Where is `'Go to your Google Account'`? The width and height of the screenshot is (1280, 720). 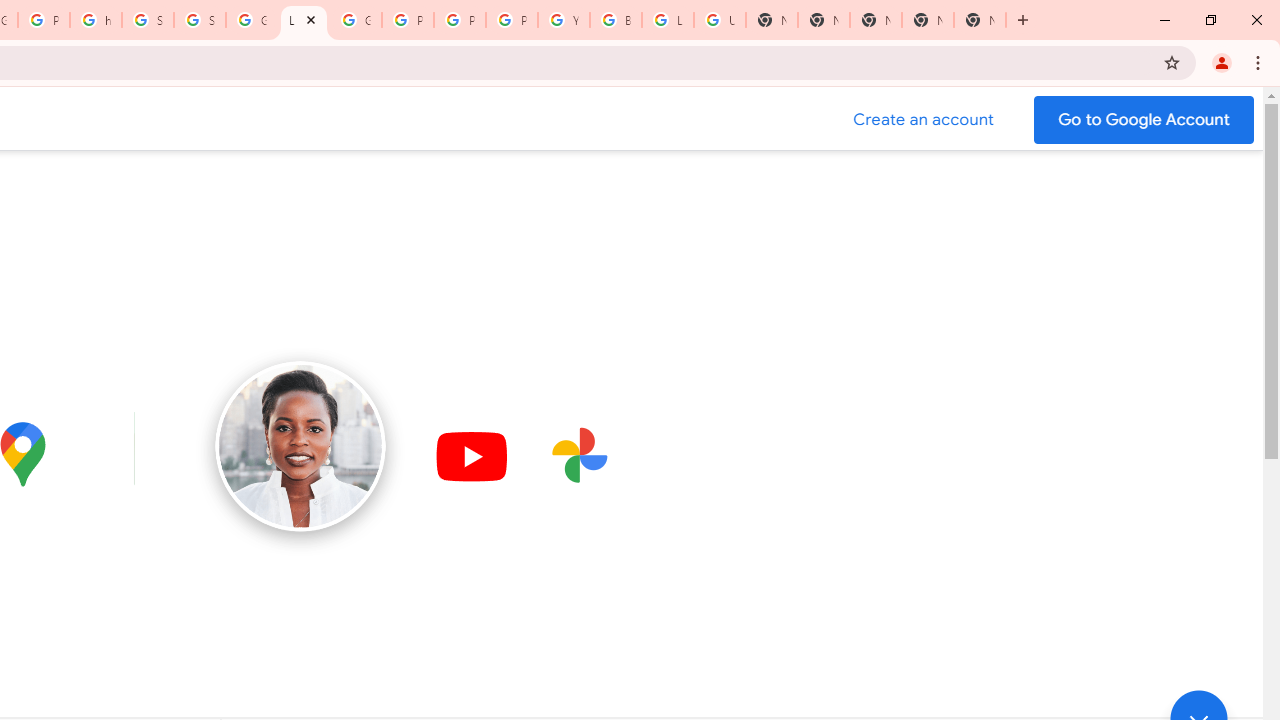 'Go to your Google Account' is located at coordinates (1144, 119).